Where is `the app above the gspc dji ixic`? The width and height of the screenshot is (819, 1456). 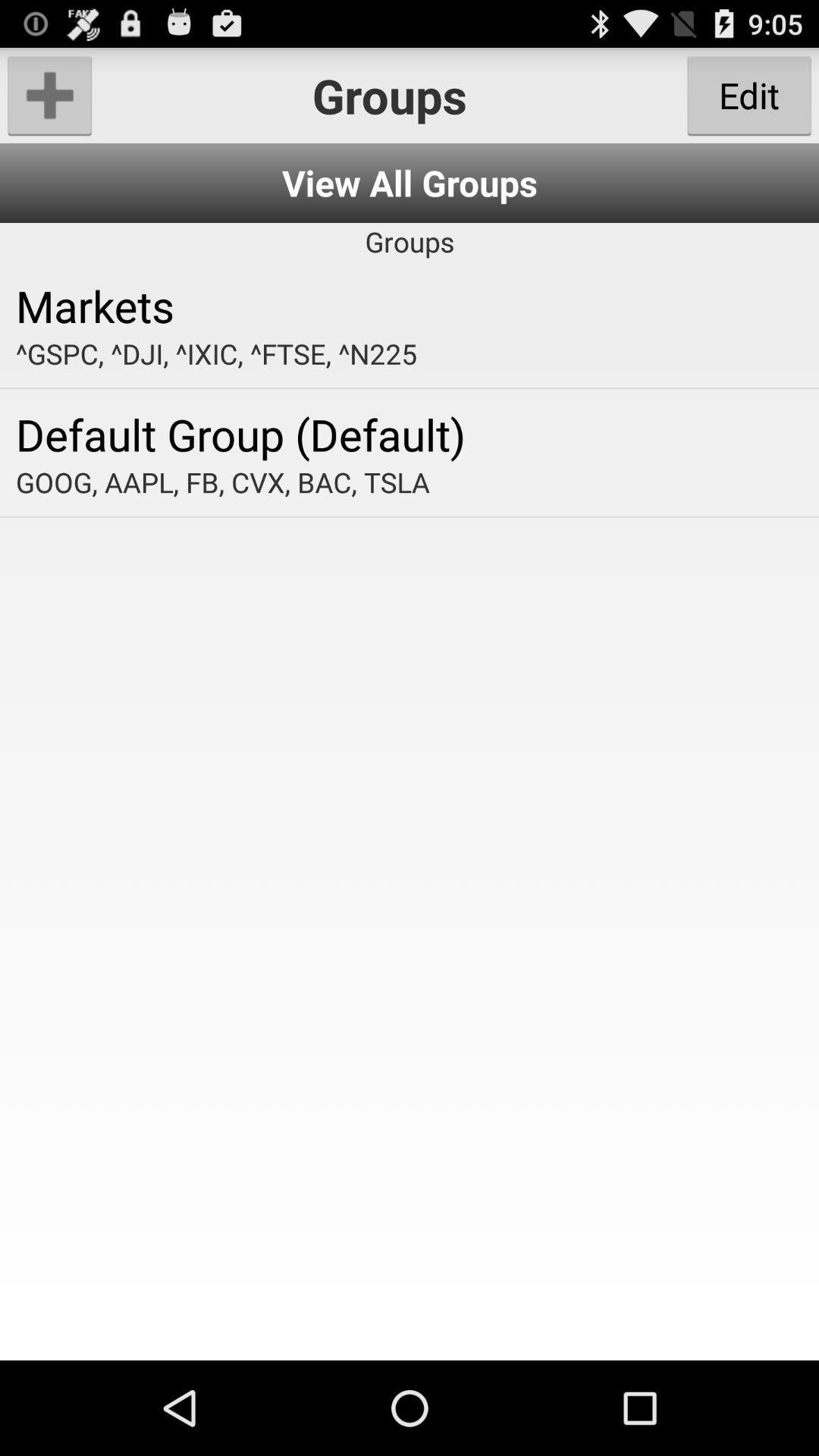 the app above the gspc dji ixic is located at coordinates (409, 305).